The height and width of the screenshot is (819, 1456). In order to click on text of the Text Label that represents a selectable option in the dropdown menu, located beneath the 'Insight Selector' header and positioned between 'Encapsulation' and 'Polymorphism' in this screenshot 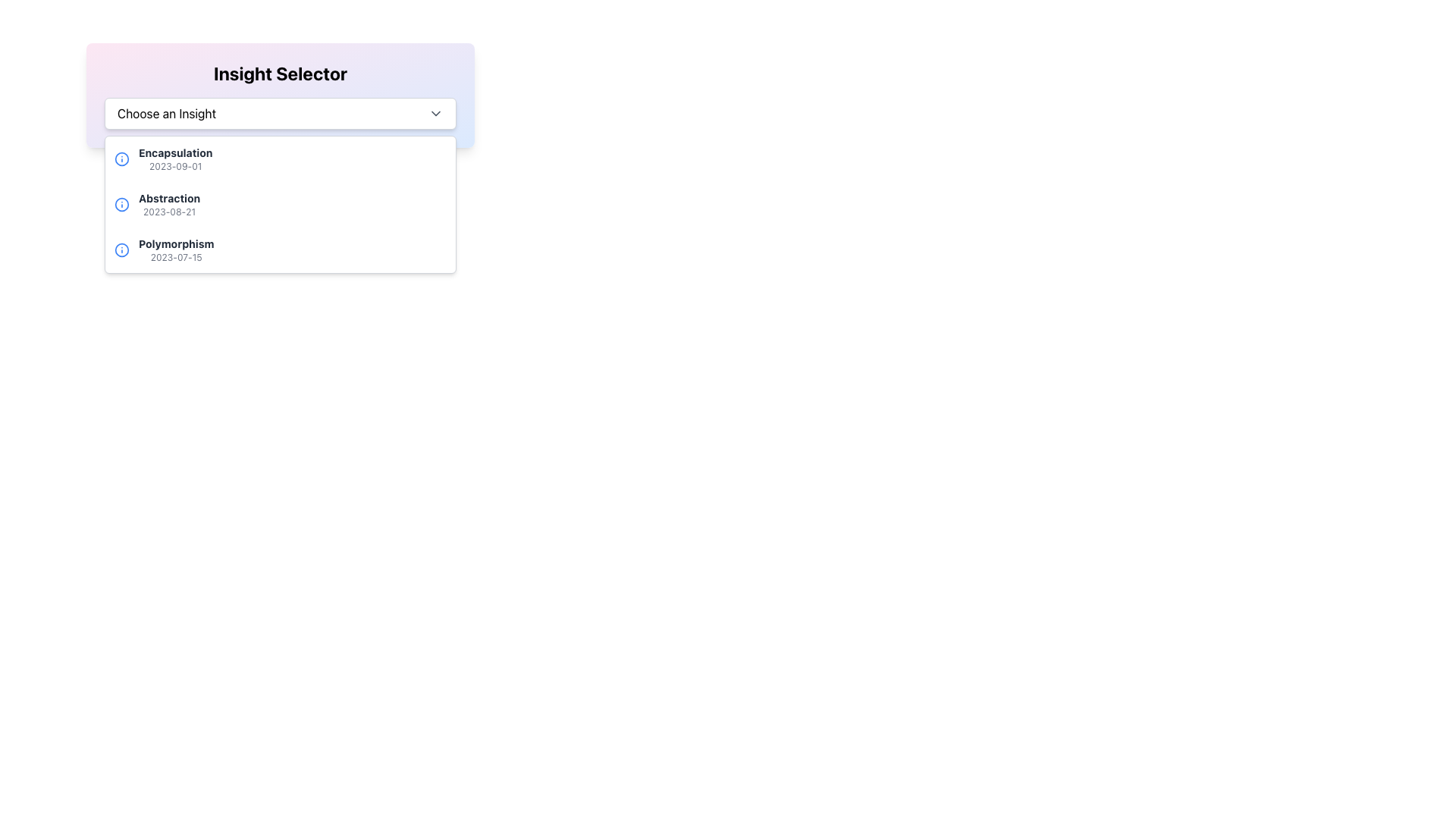, I will do `click(169, 198)`.